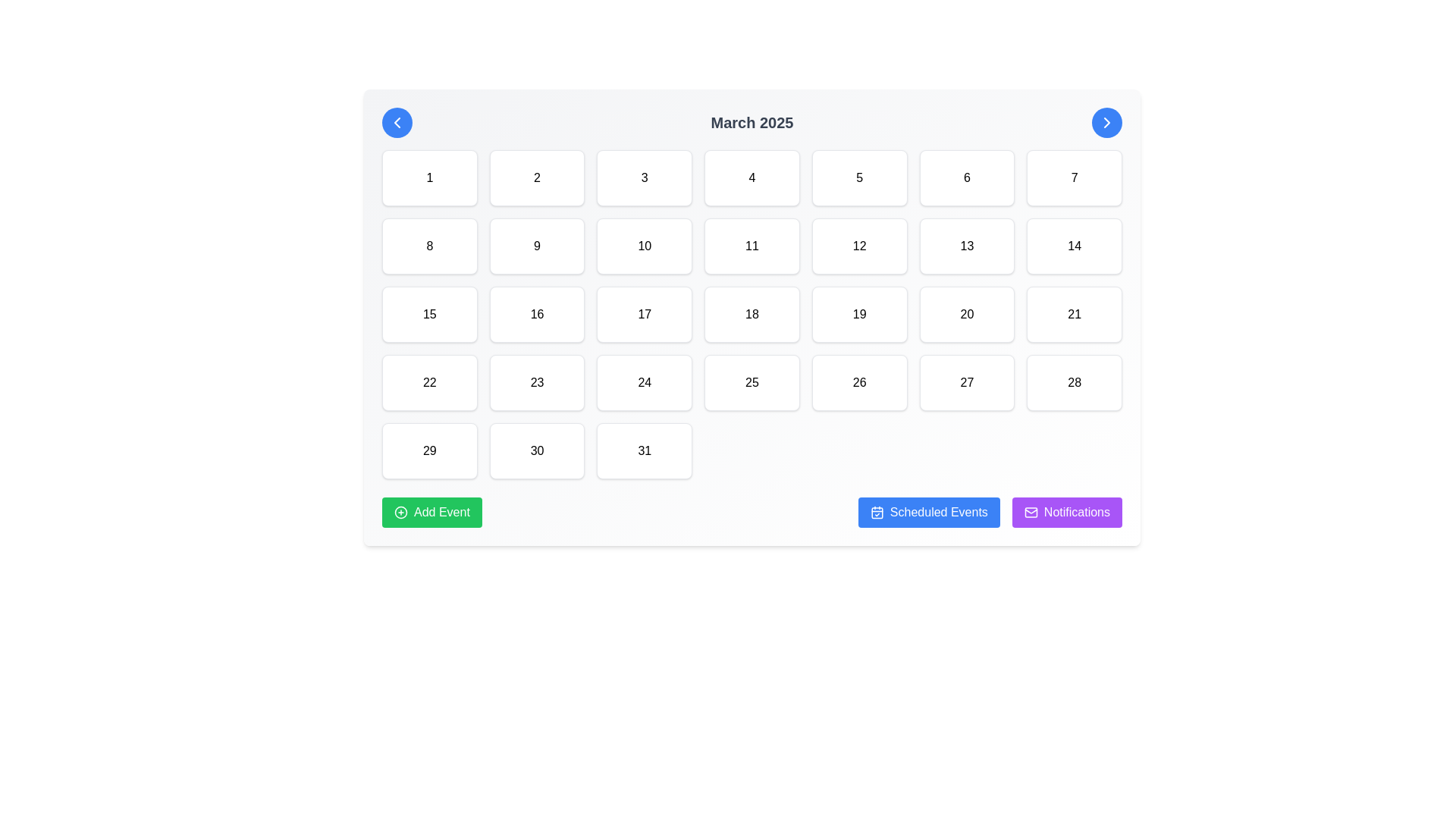 This screenshot has width=1456, height=819. I want to click on the rightward-pointing chevron icon within the blue circular button located in the top-right corner above the calendar, so click(1106, 122).